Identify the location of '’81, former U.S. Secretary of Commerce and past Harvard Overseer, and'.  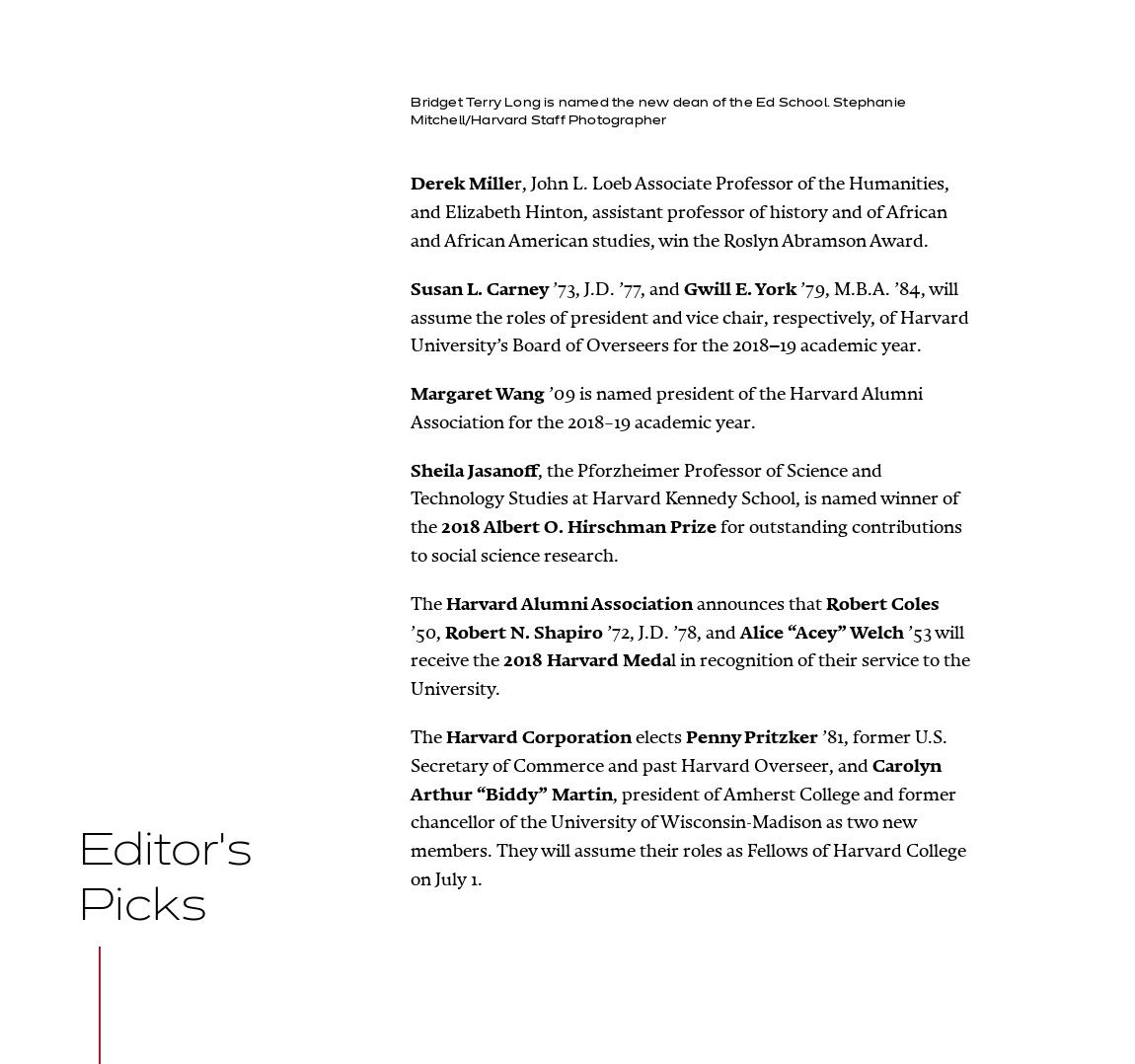
(678, 750).